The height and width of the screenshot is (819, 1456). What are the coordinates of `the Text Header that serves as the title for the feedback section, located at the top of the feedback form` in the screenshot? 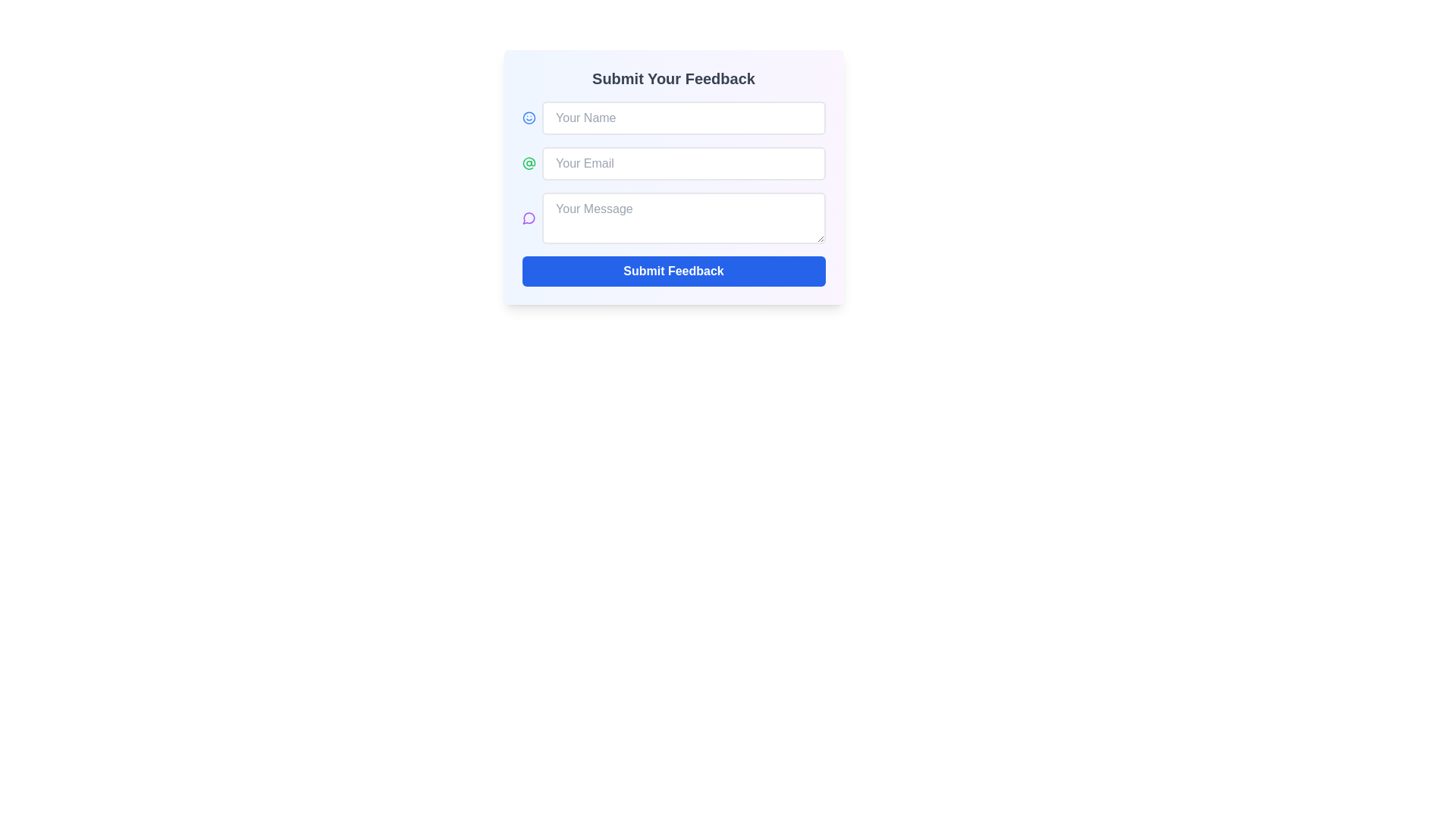 It's located at (673, 79).